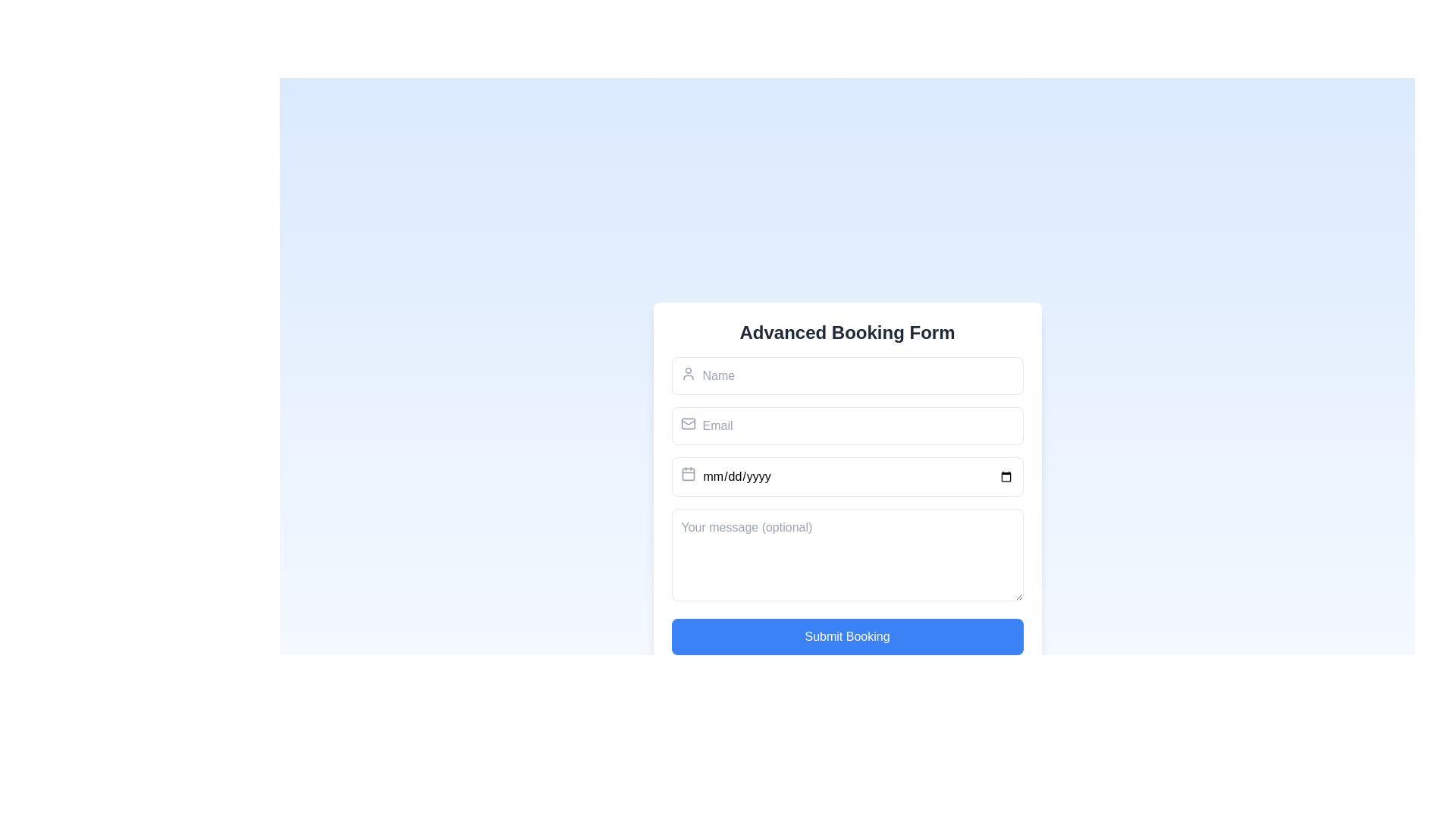  What do you see at coordinates (687, 472) in the screenshot?
I see `the date selection icon located within the 'Advanced Booking Form' input field, positioned left of the date placeholder text 'mm/dd/yyyy'` at bounding box center [687, 472].